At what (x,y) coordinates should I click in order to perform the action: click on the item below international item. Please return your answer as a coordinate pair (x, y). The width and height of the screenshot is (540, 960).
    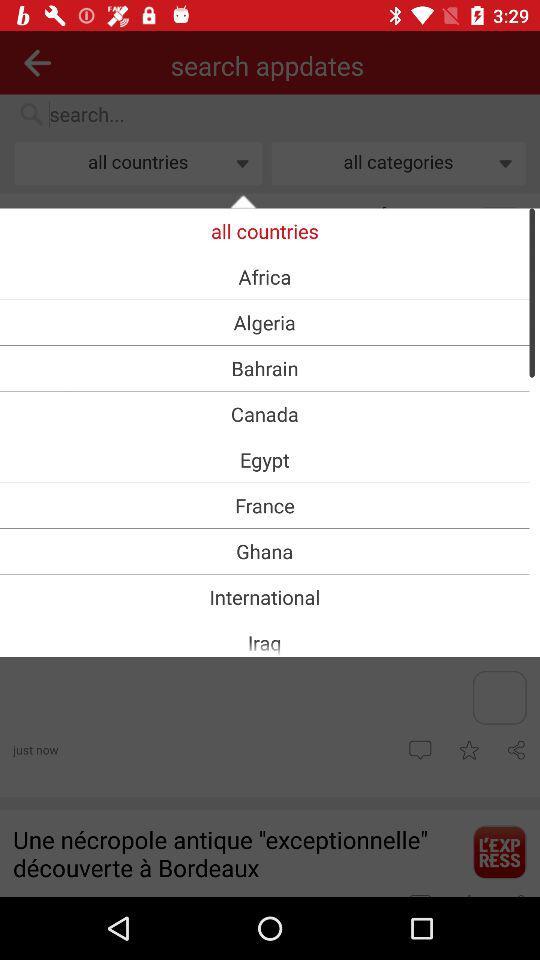
    Looking at the image, I should click on (264, 641).